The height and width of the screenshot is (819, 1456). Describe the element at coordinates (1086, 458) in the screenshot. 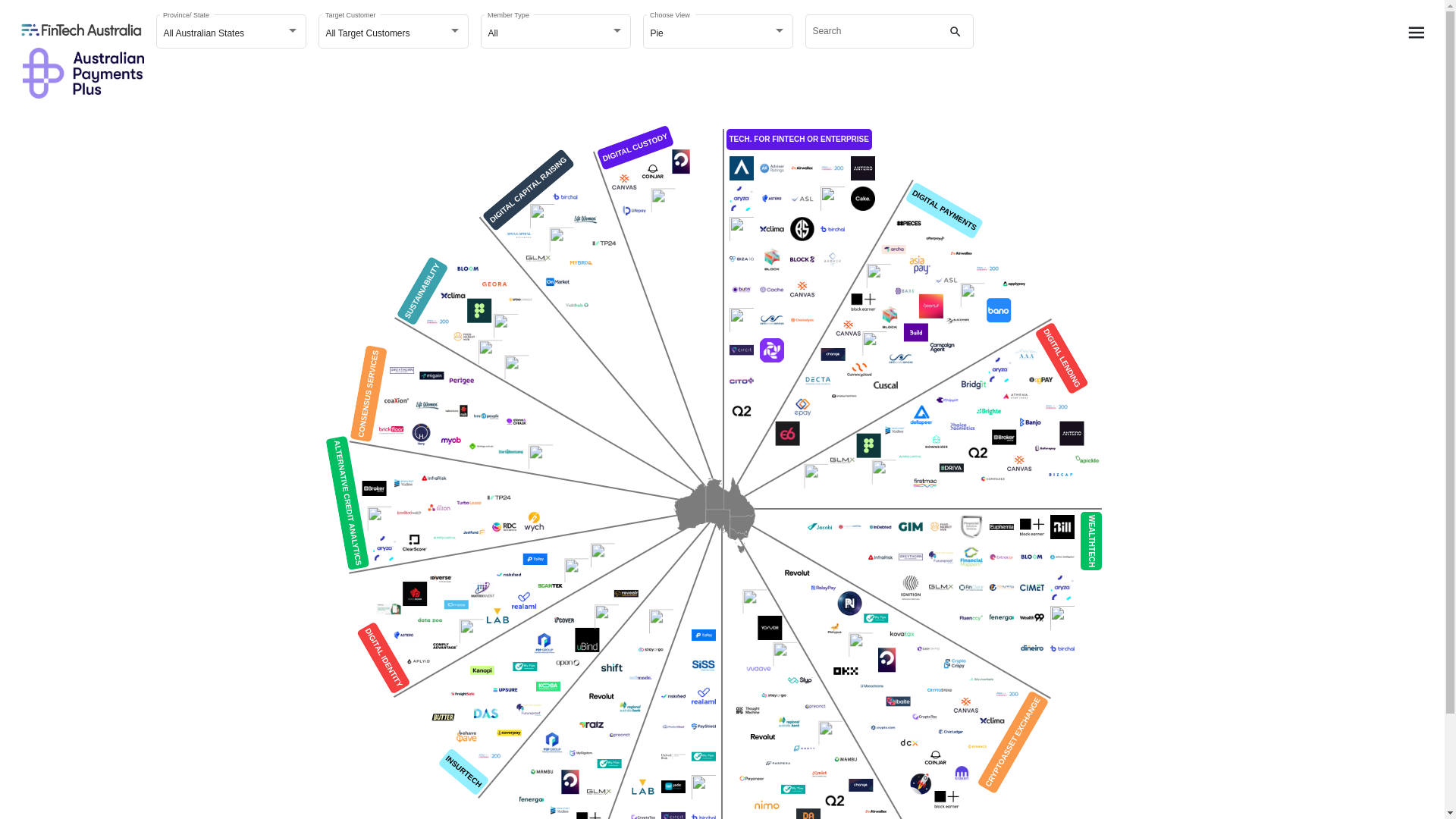

I see `'Apickle'` at that location.